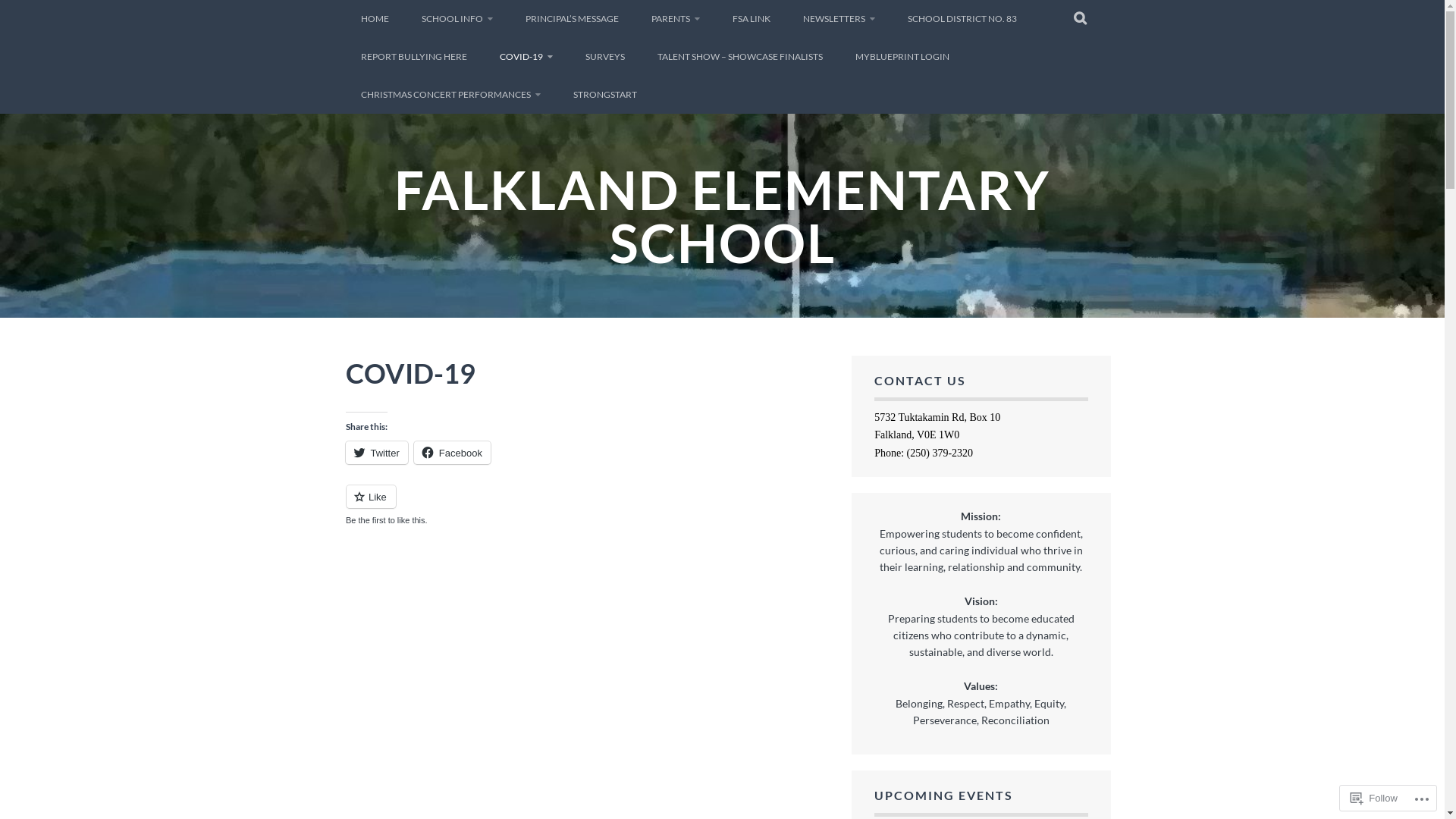  I want to click on 'FSA LINK', so click(751, 18).